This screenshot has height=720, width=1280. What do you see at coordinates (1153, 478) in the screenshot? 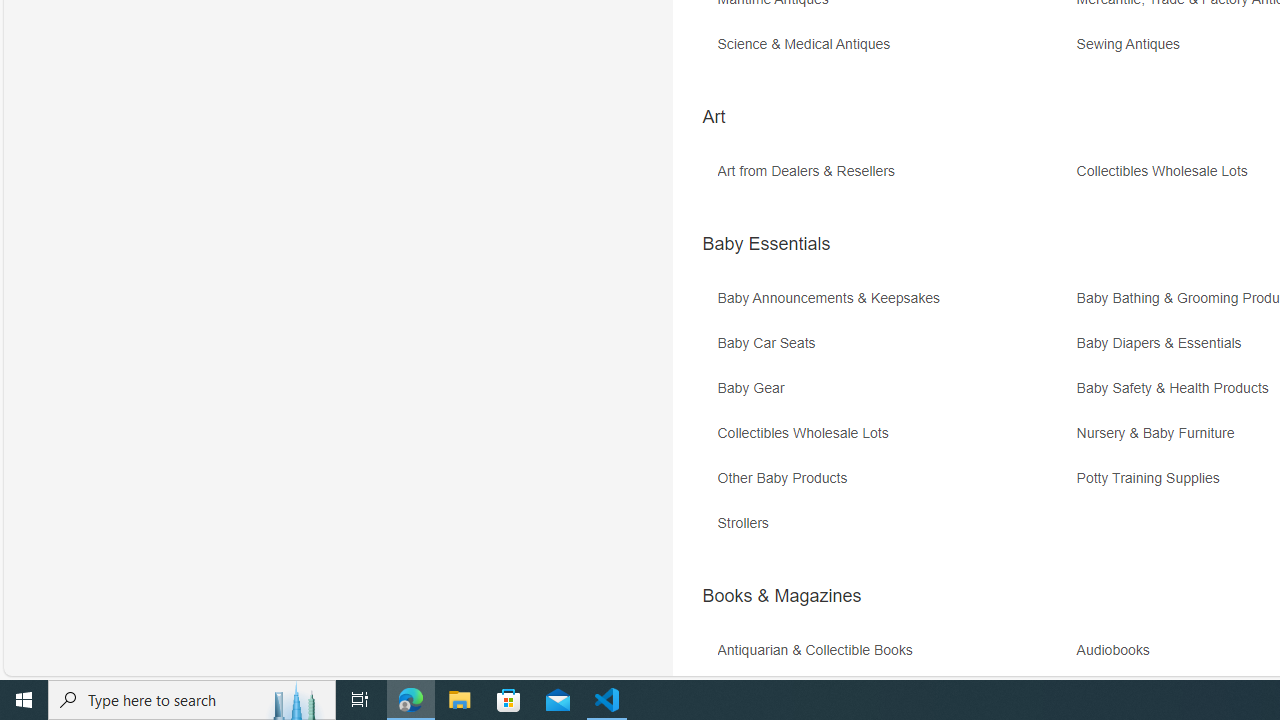
I see `'Potty Training Supplies'` at bounding box center [1153, 478].